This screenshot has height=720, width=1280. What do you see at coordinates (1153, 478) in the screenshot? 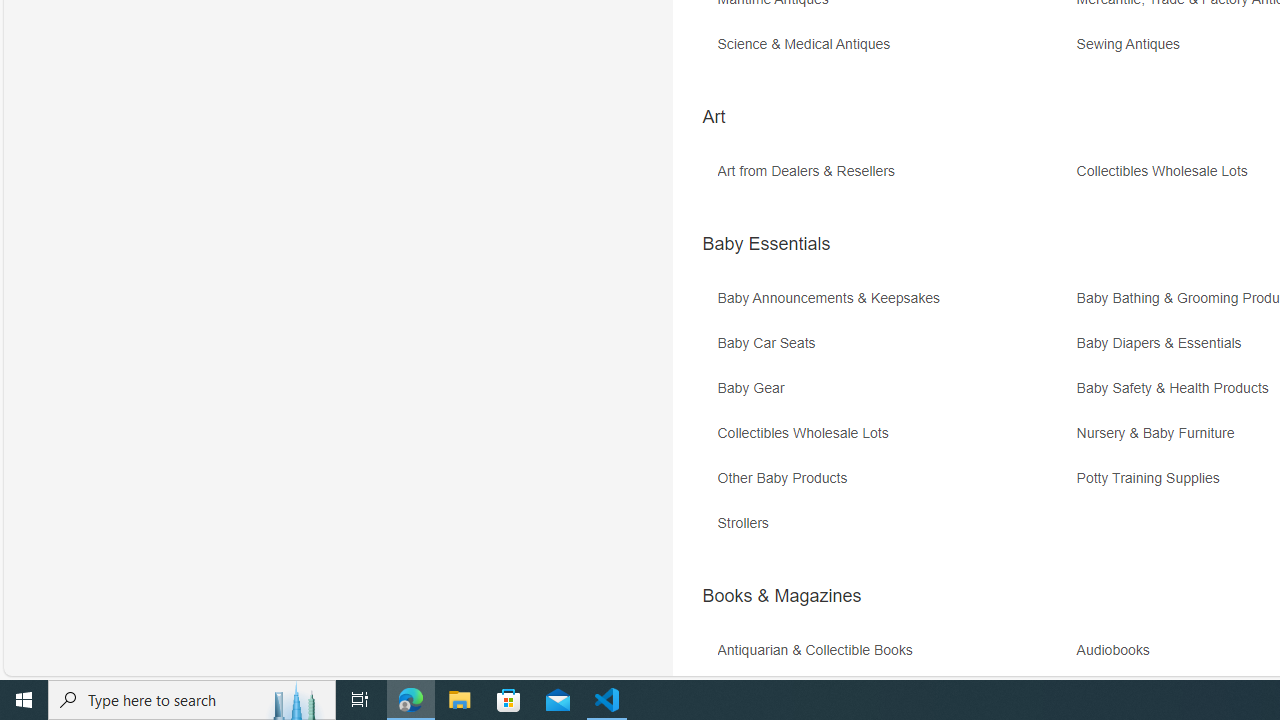
I see `'Potty Training Supplies'` at bounding box center [1153, 478].